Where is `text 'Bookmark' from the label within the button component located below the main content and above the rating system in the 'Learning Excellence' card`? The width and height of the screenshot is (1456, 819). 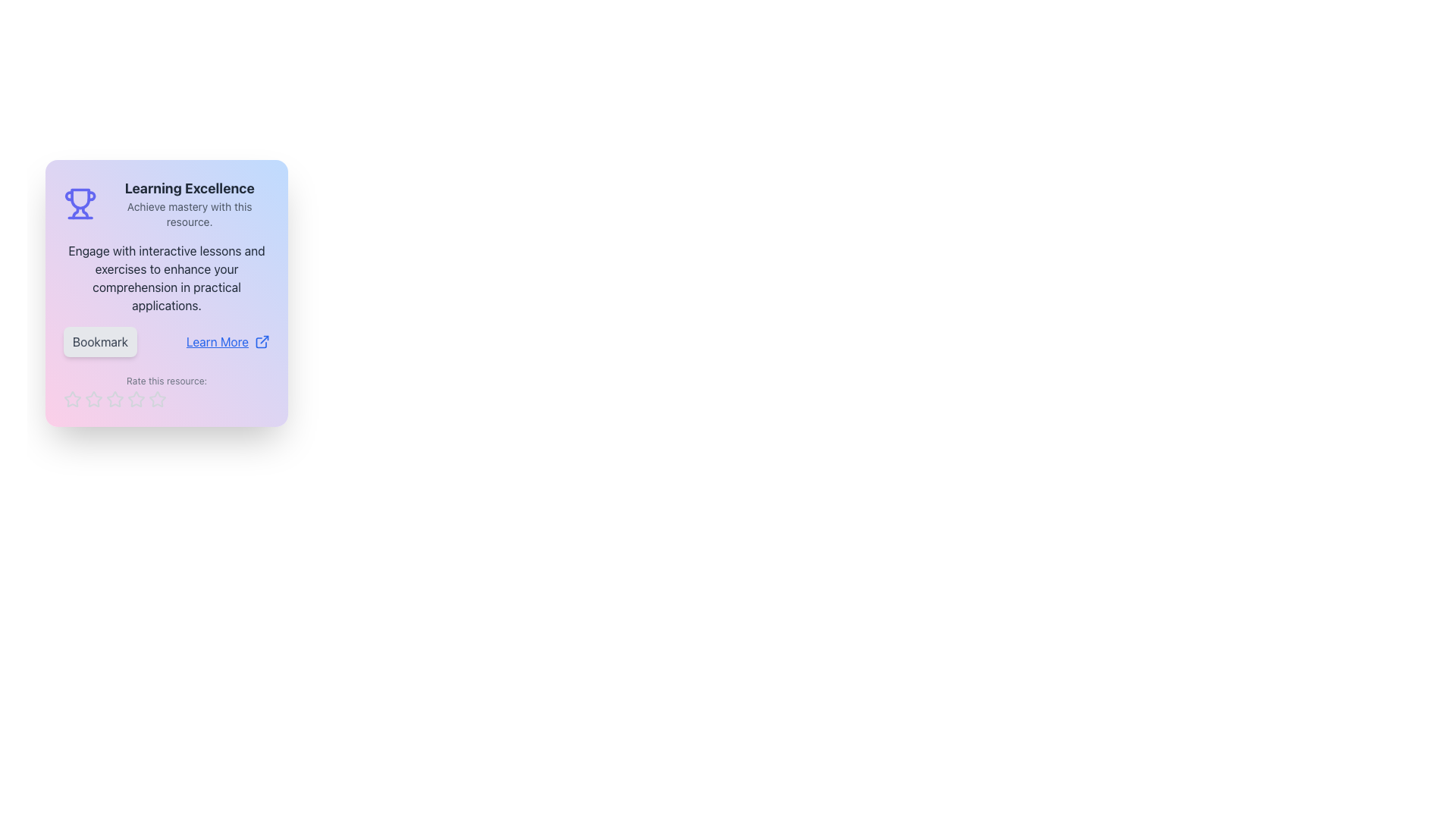
text 'Bookmark' from the label within the button component located below the main content and above the rating system in the 'Learning Excellence' card is located at coordinates (99, 342).